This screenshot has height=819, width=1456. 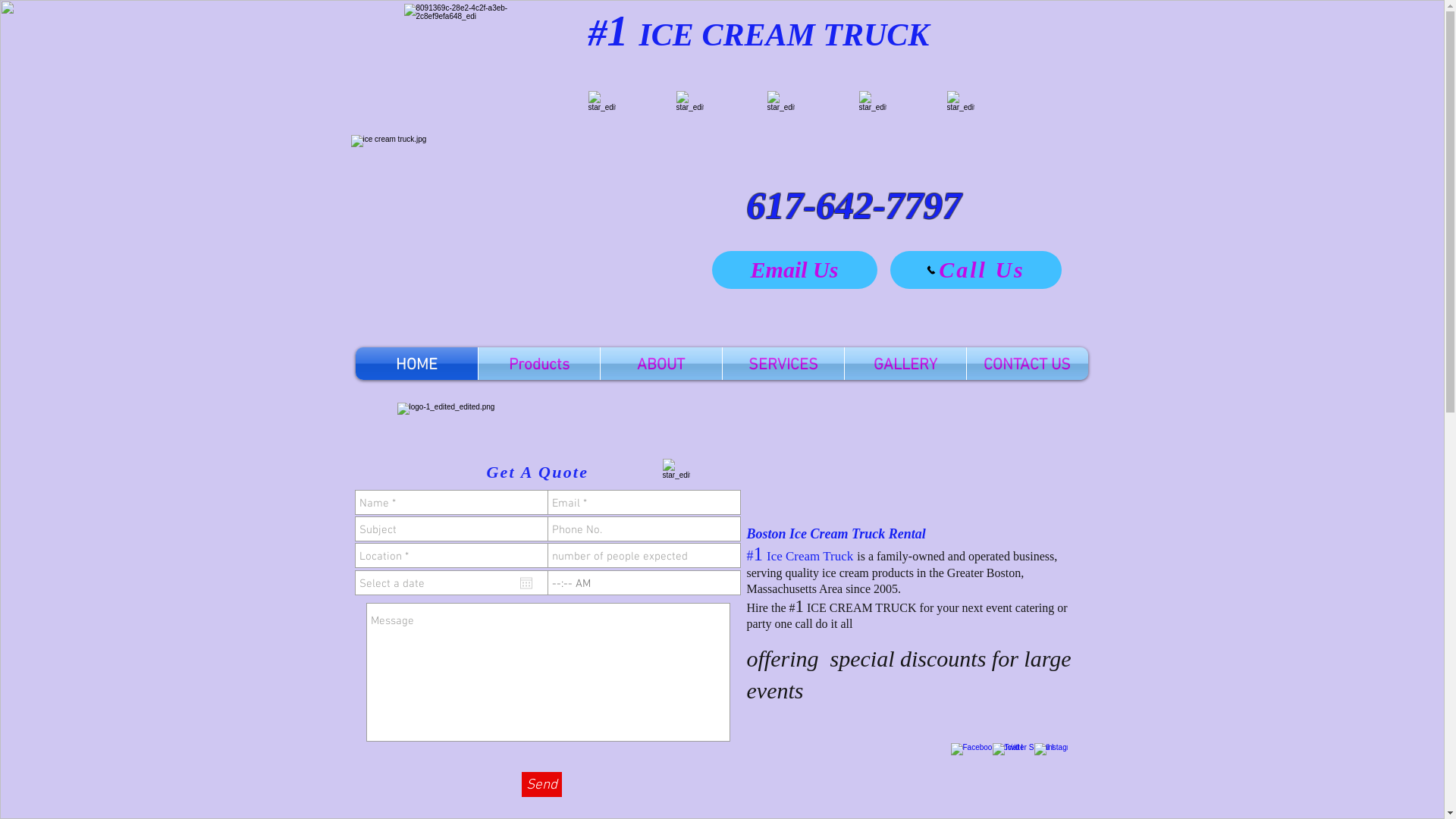 What do you see at coordinates (783, 363) in the screenshot?
I see `'SERVICES'` at bounding box center [783, 363].